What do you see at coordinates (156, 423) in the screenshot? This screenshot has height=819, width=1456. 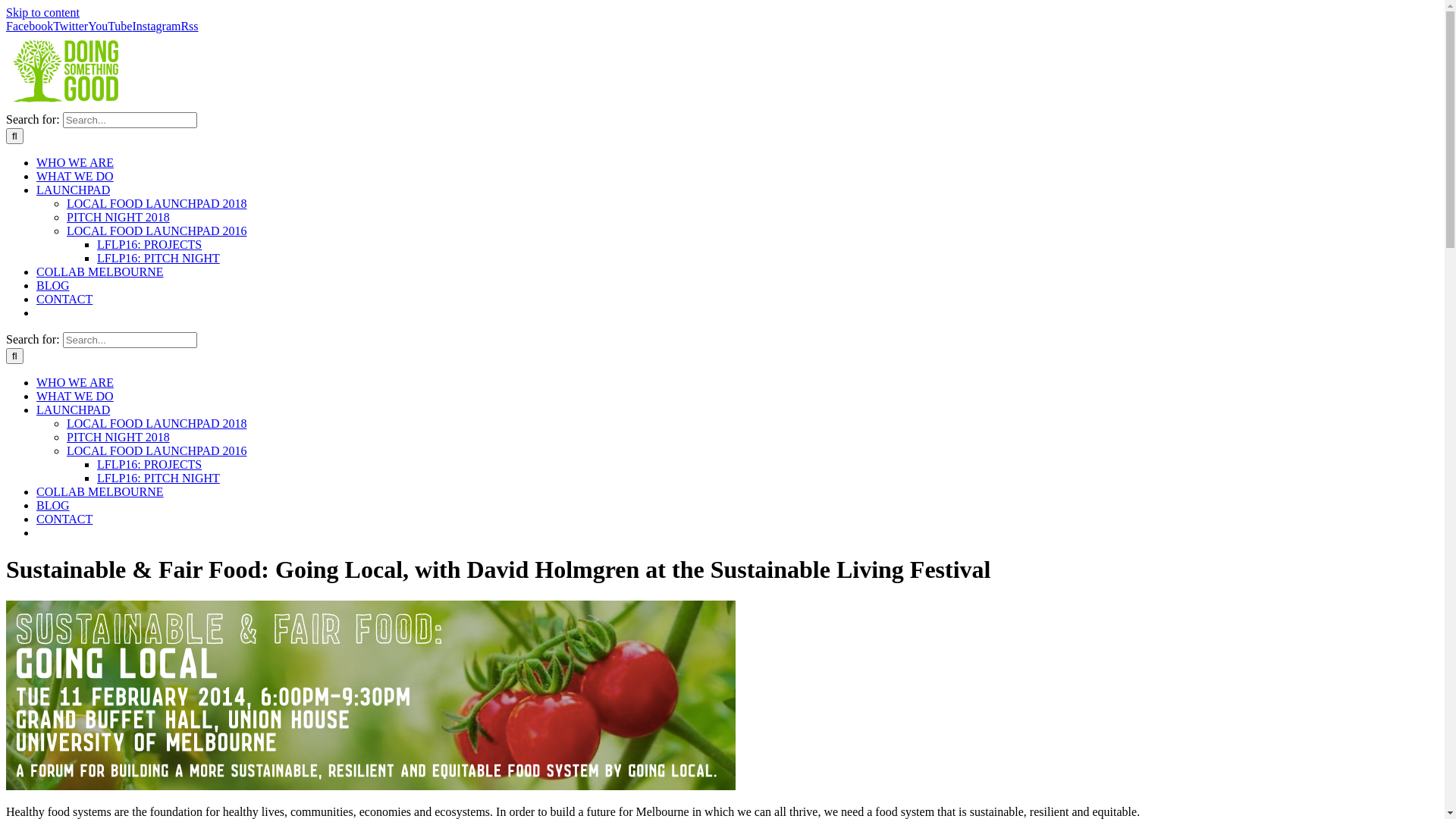 I see `'LOCAL FOOD LAUNCHPAD 2018'` at bounding box center [156, 423].